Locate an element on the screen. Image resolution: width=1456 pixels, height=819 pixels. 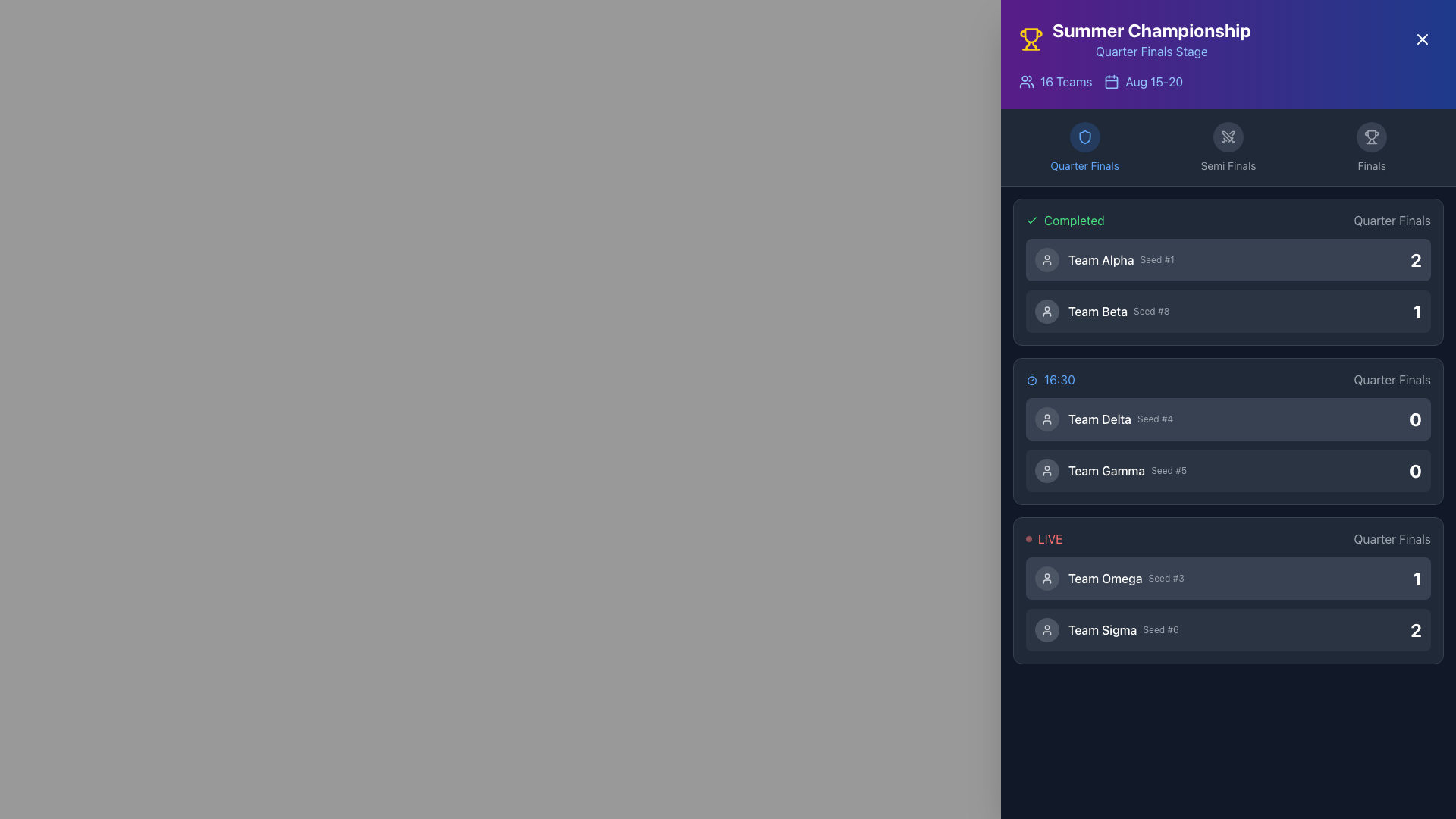
the timer icon that visually represents a scheduled time for an event, positioned to the left of the text '16:30' in the middle section of the interface is located at coordinates (1031, 379).